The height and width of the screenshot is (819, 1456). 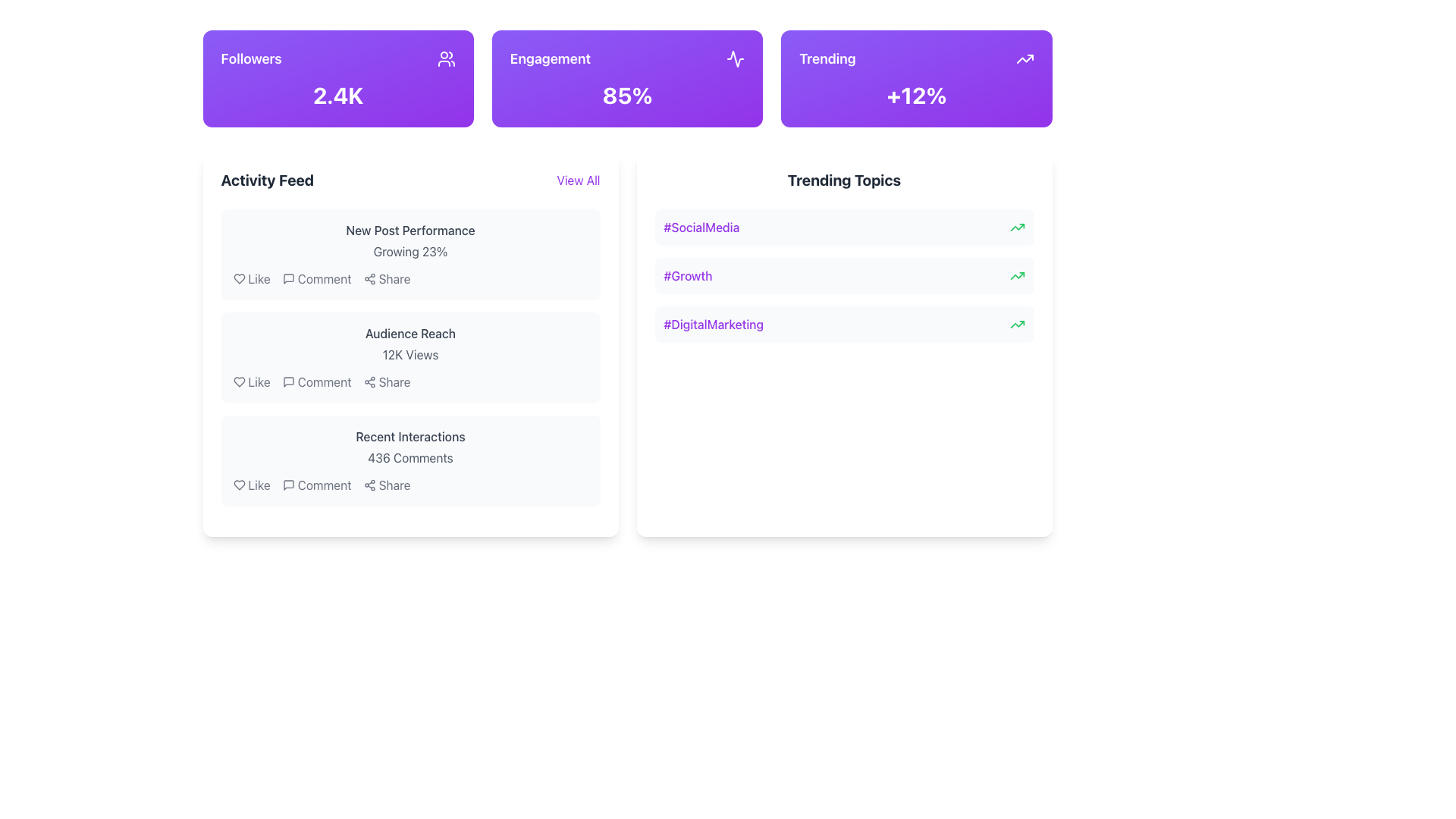 I want to click on the 'Audience Reach' text label, which is displayed in medium gray font and located within the Activity Feed section, below the 'New Post Performance' card and above the '12K Views' metric, so click(x=410, y=332).